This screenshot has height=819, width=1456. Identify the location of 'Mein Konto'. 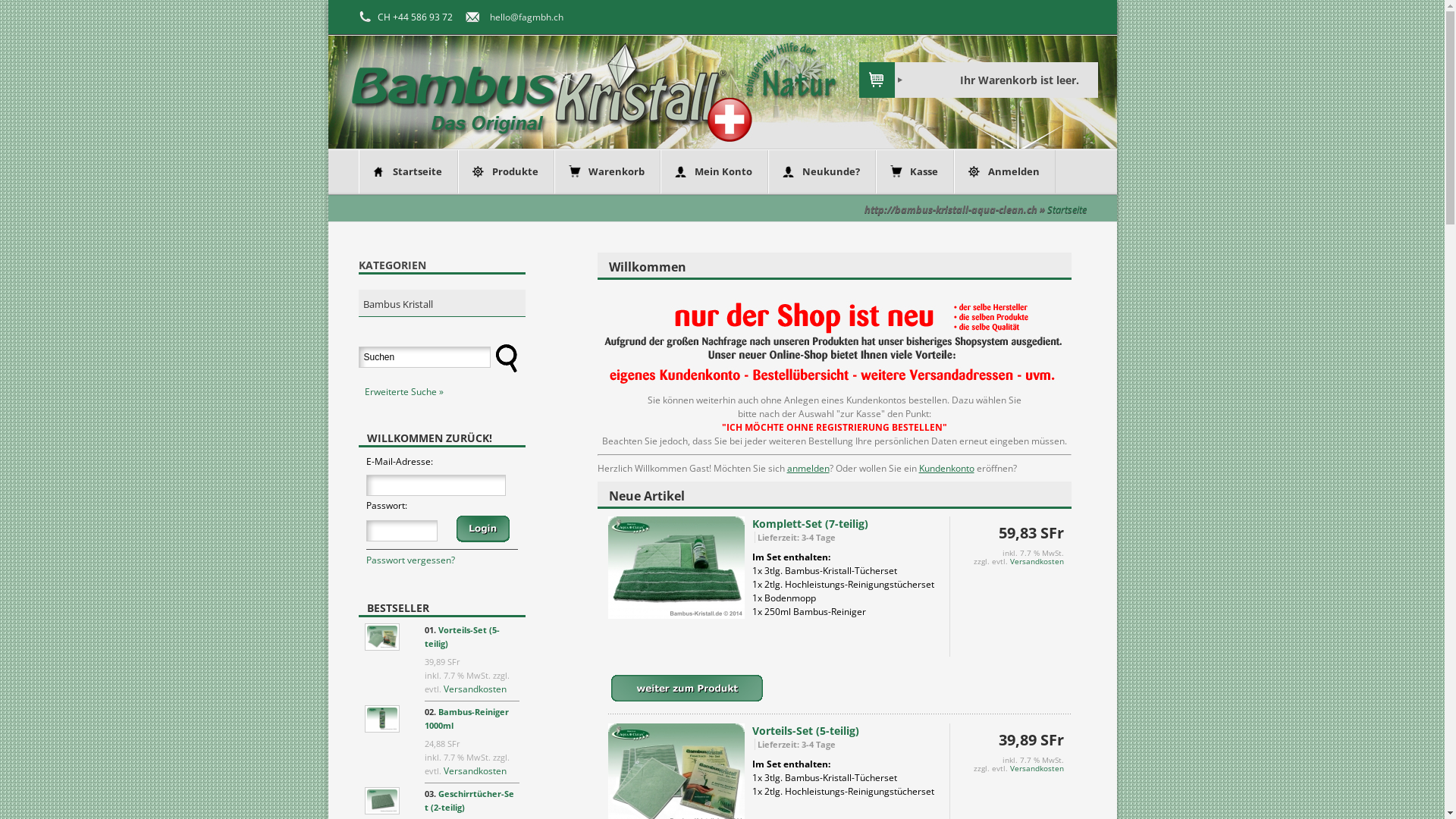
(723, 171).